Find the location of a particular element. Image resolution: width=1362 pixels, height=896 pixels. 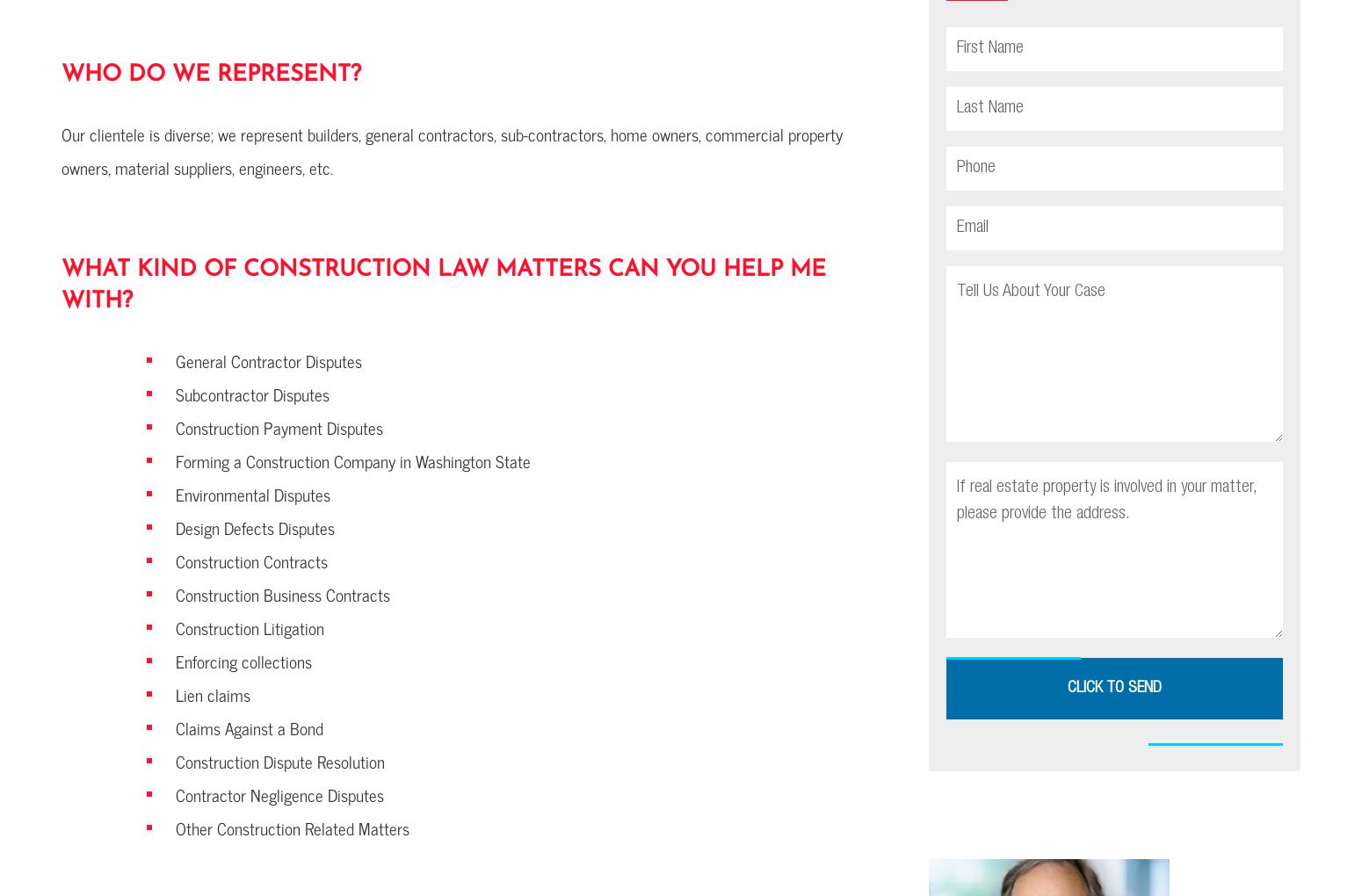

'Construction Payment Disputes' is located at coordinates (279, 427).